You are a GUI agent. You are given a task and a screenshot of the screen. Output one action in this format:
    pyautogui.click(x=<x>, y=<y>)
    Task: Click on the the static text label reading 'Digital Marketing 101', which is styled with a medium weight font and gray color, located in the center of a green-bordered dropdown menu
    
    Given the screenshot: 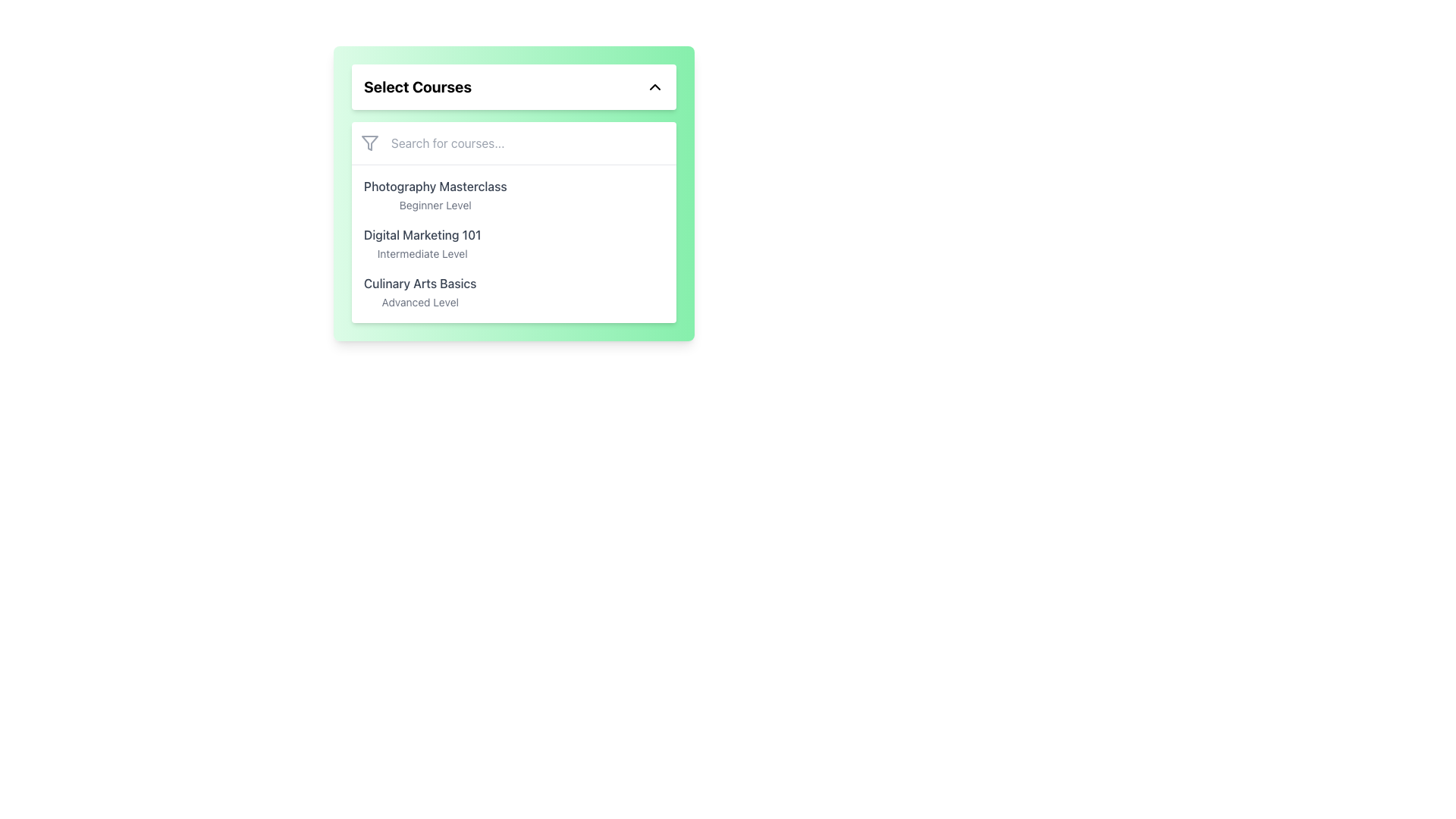 What is the action you would take?
    pyautogui.click(x=422, y=234)
    